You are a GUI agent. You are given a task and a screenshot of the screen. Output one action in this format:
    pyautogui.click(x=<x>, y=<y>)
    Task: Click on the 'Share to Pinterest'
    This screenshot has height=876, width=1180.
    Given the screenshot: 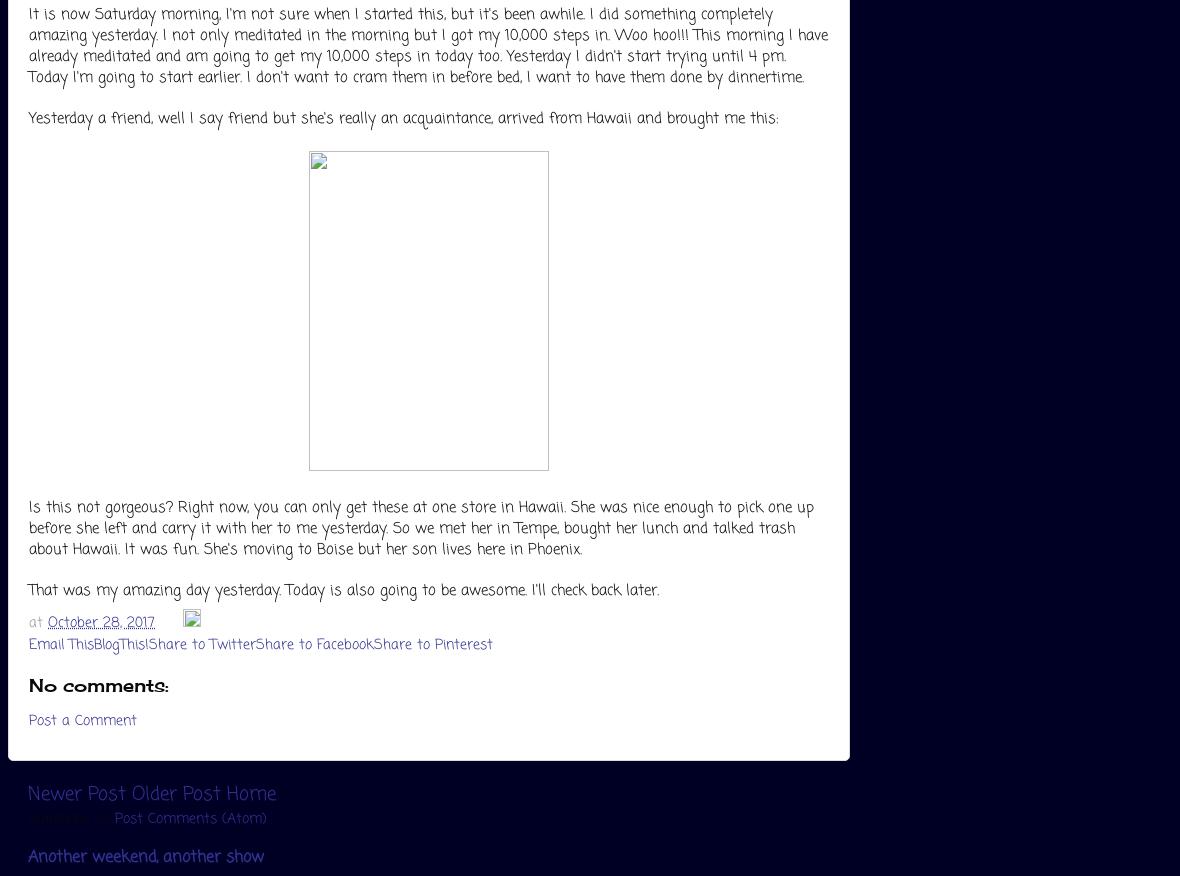 What is the action you would take?
    pyautogui.click(x=432, y=644)
    